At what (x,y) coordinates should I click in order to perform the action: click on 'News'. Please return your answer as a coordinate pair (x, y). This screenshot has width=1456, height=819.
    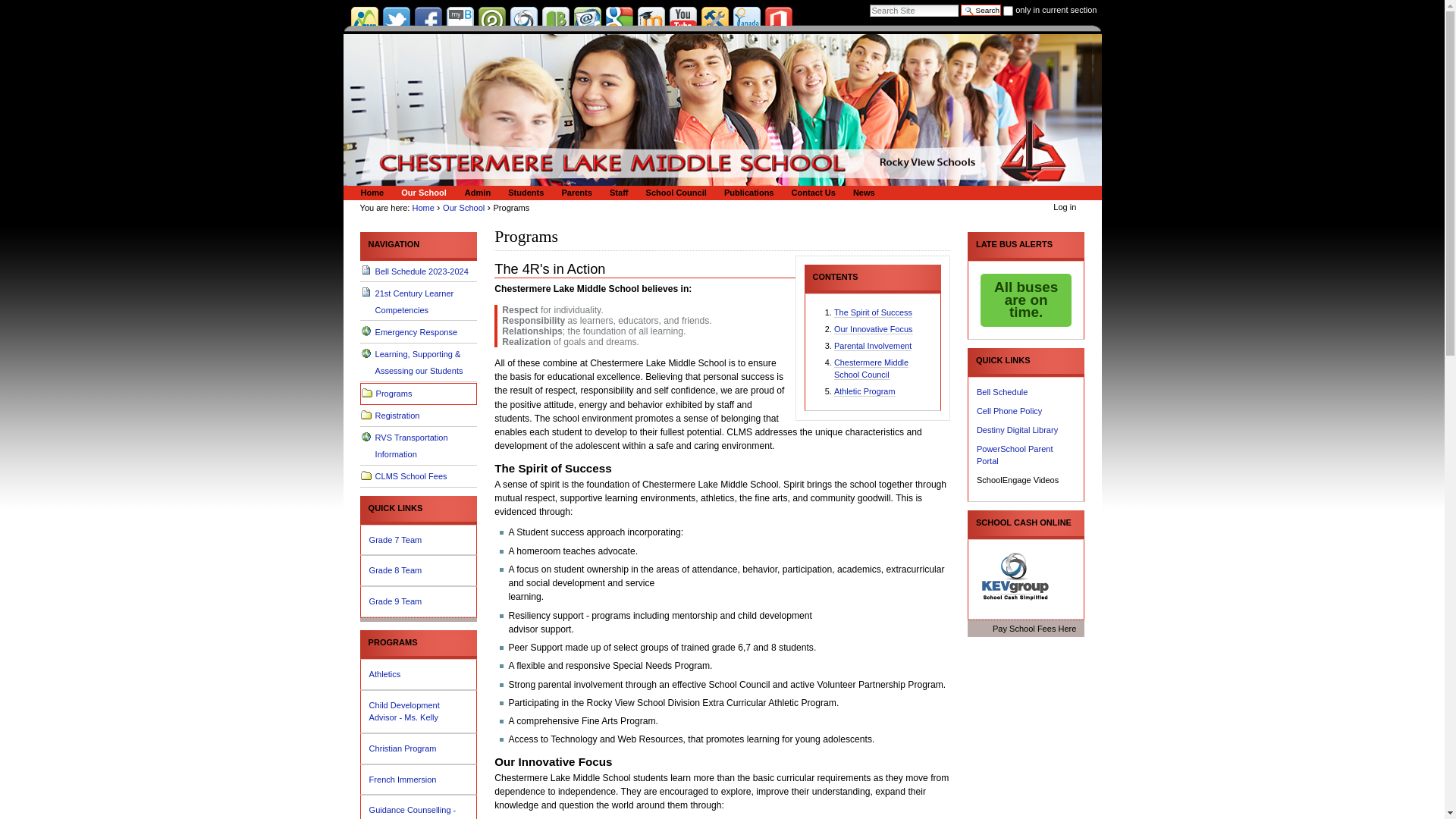
    Looking at the image, I should click on (861, 192).